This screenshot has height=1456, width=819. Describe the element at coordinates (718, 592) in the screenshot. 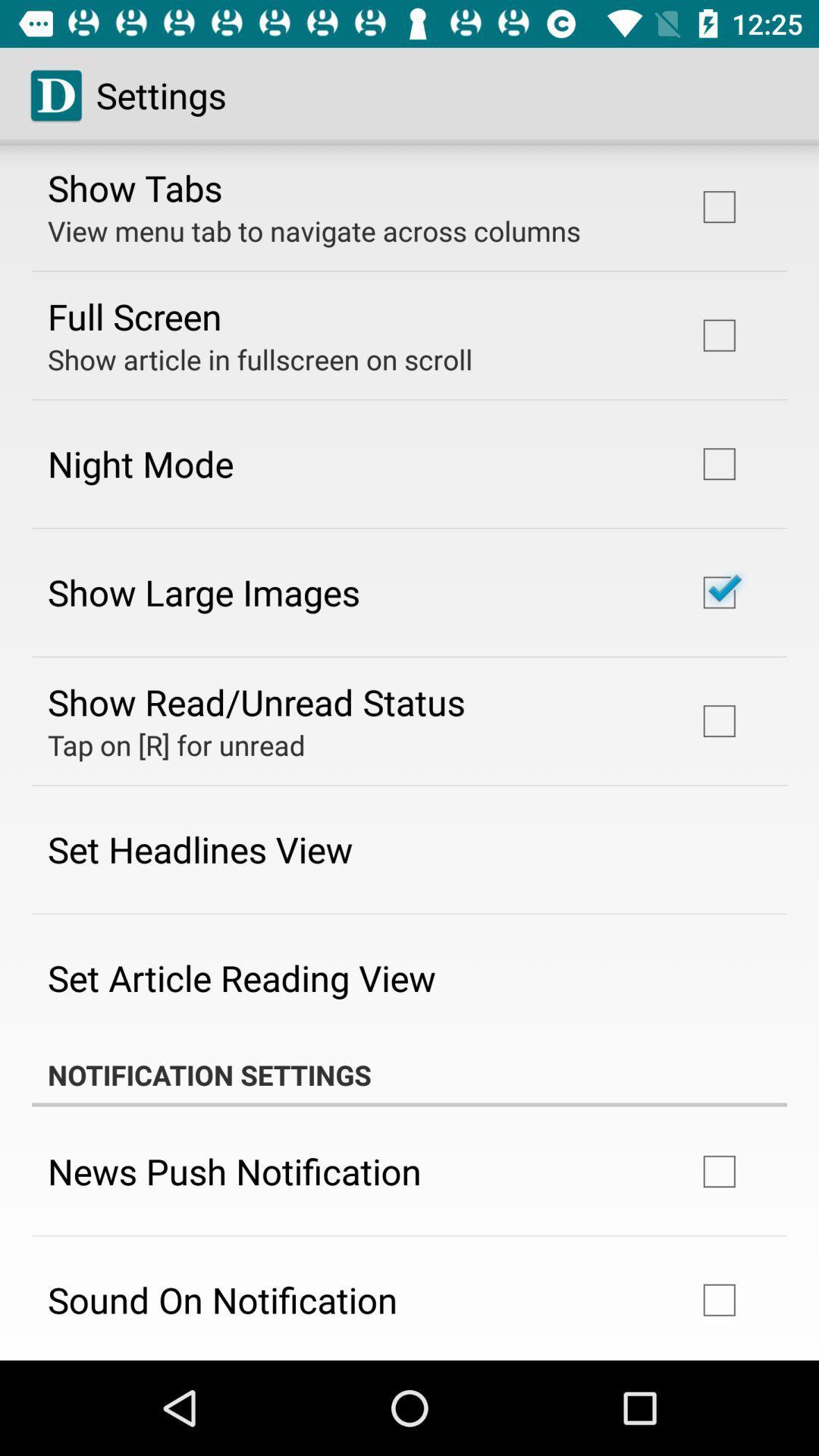

I see `the checkbox which is on the right side of show large images` at that location.